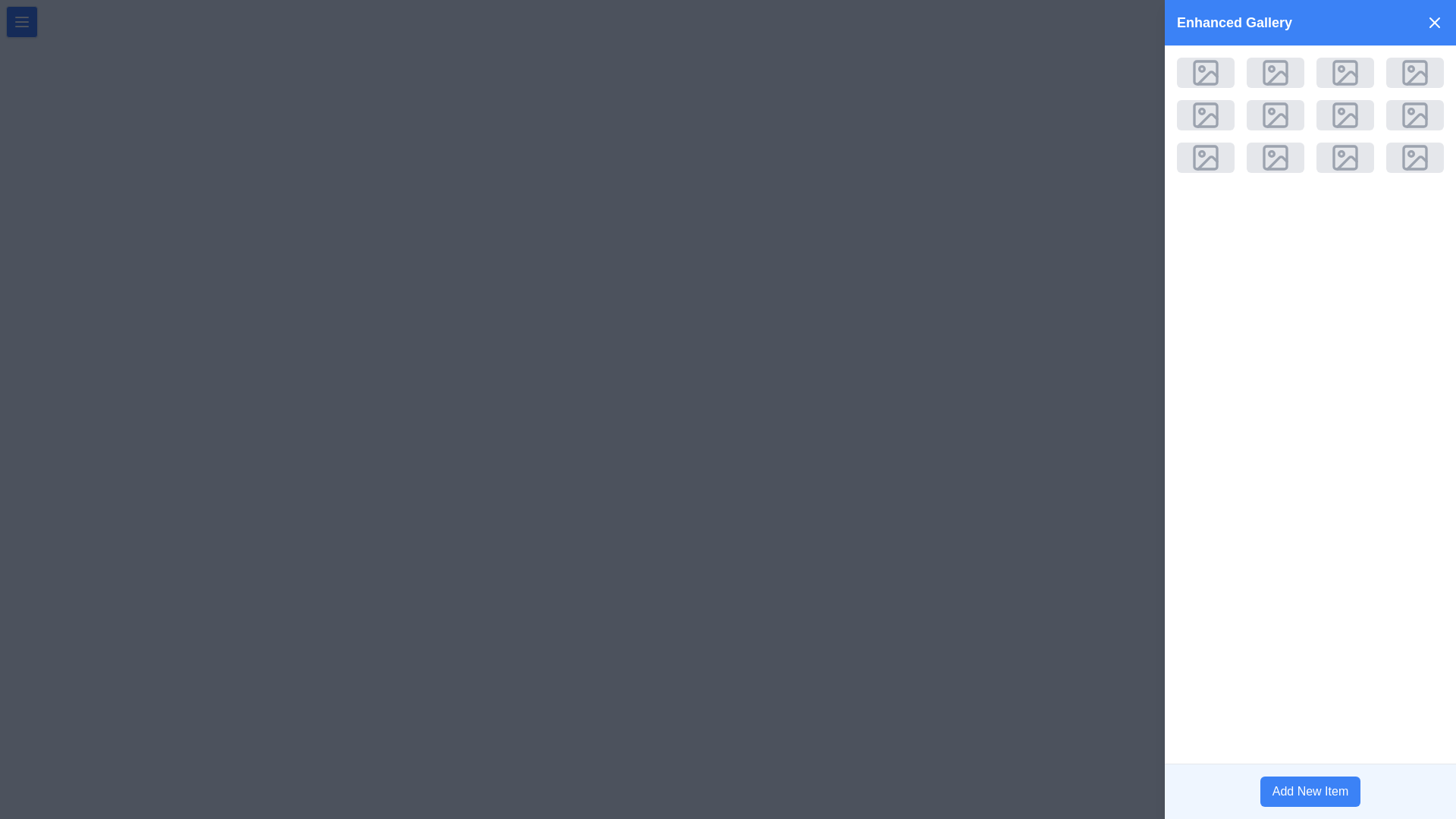  Describe the element at coordinates (1204, 73) in the screenshot. I see `the placeholder for an image in the top-left corner of the grid layout in the 'Enhanced Gallery' modal window` at that location.